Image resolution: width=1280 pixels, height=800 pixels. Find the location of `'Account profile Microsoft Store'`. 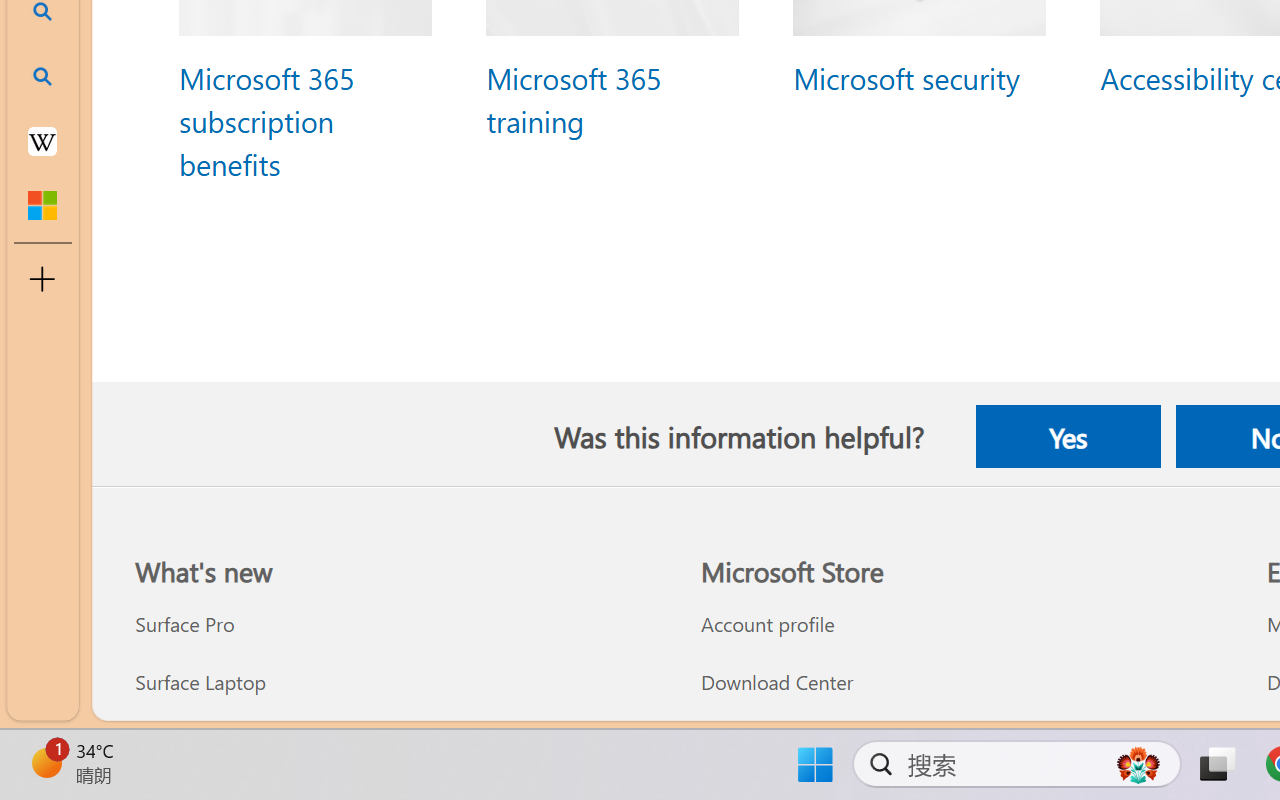

'Account profile Microsoft Store' is located at coordinates (766, 624).